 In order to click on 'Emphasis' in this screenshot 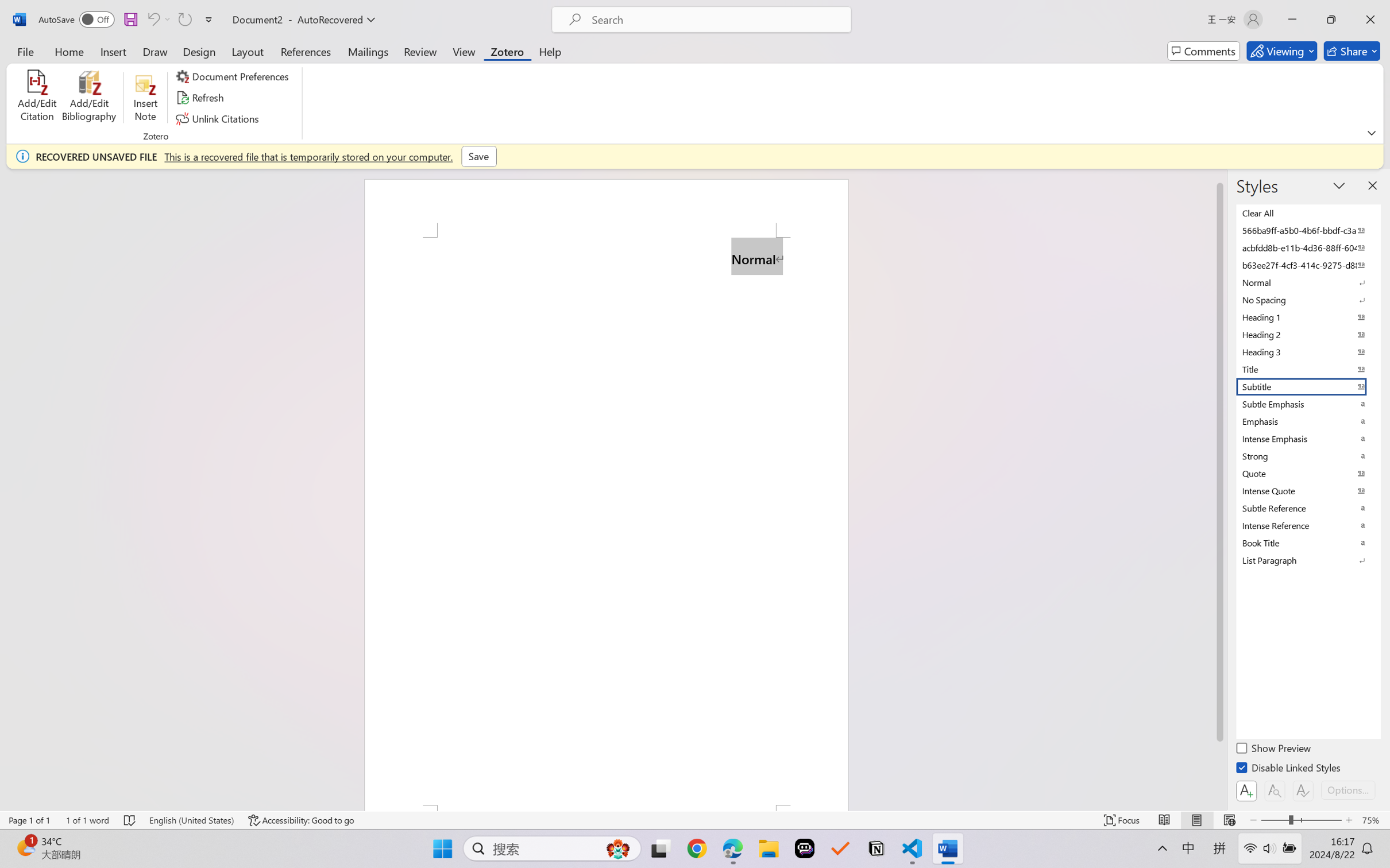, I will do `click(1307, 421)`.